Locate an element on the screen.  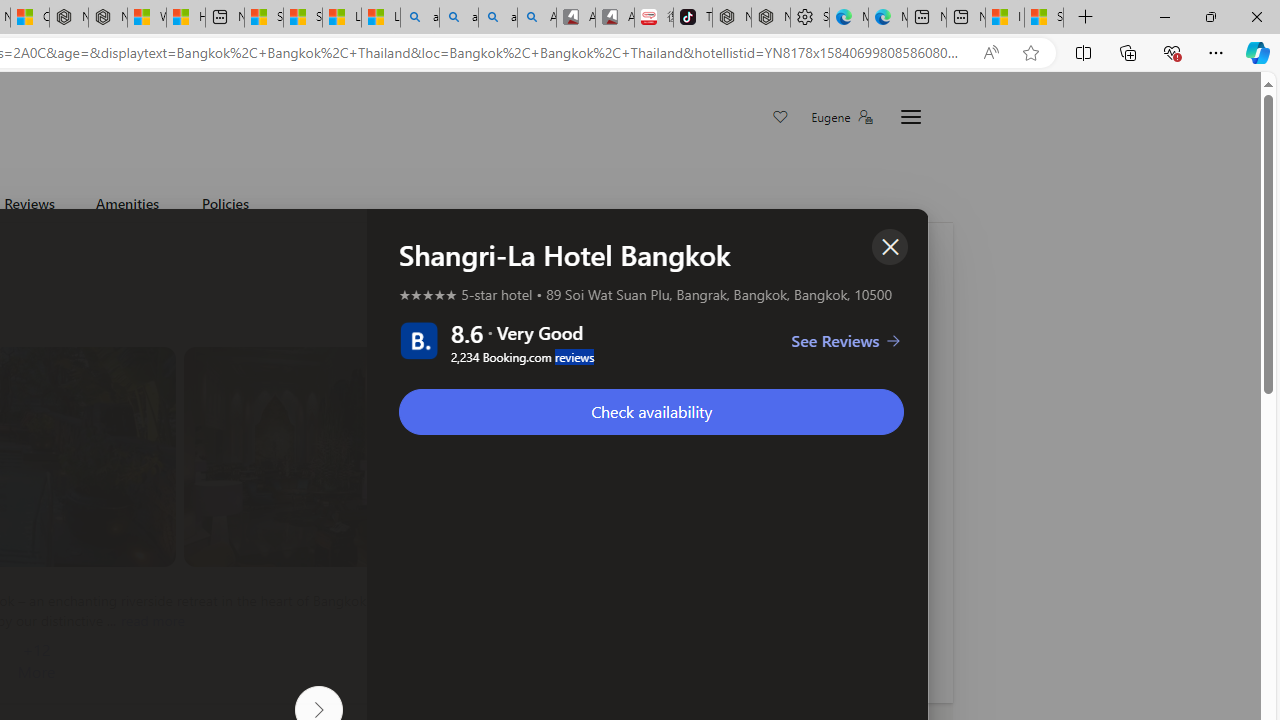
'Nordace - Best Sellers' is located at coordinates (731, 17).